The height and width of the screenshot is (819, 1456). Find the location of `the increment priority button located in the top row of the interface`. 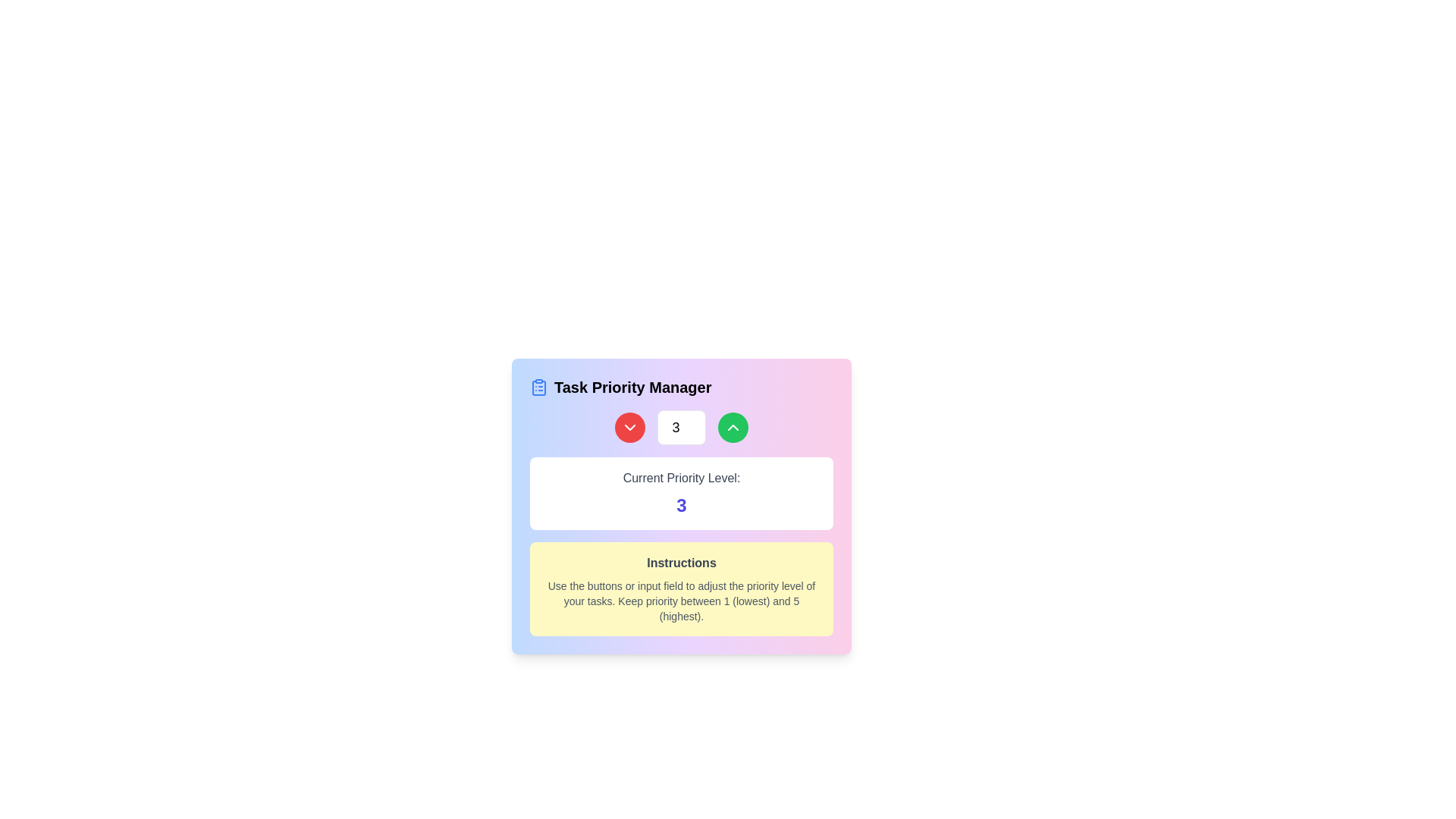

the increment priority button located in the top row of the interface is located at coordinates (733, 427).